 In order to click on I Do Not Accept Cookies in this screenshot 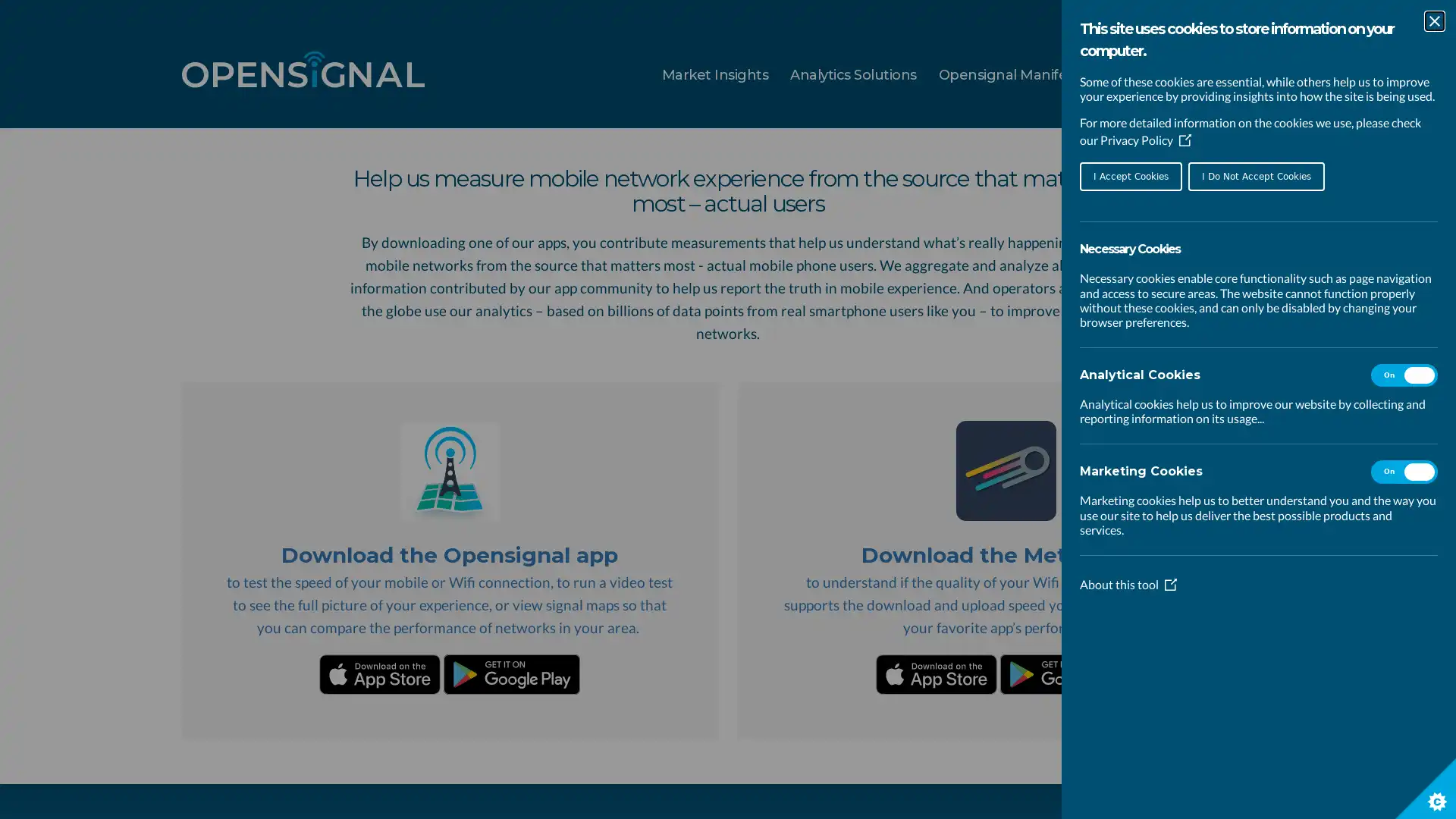, I will do `click(1256, 175)`.